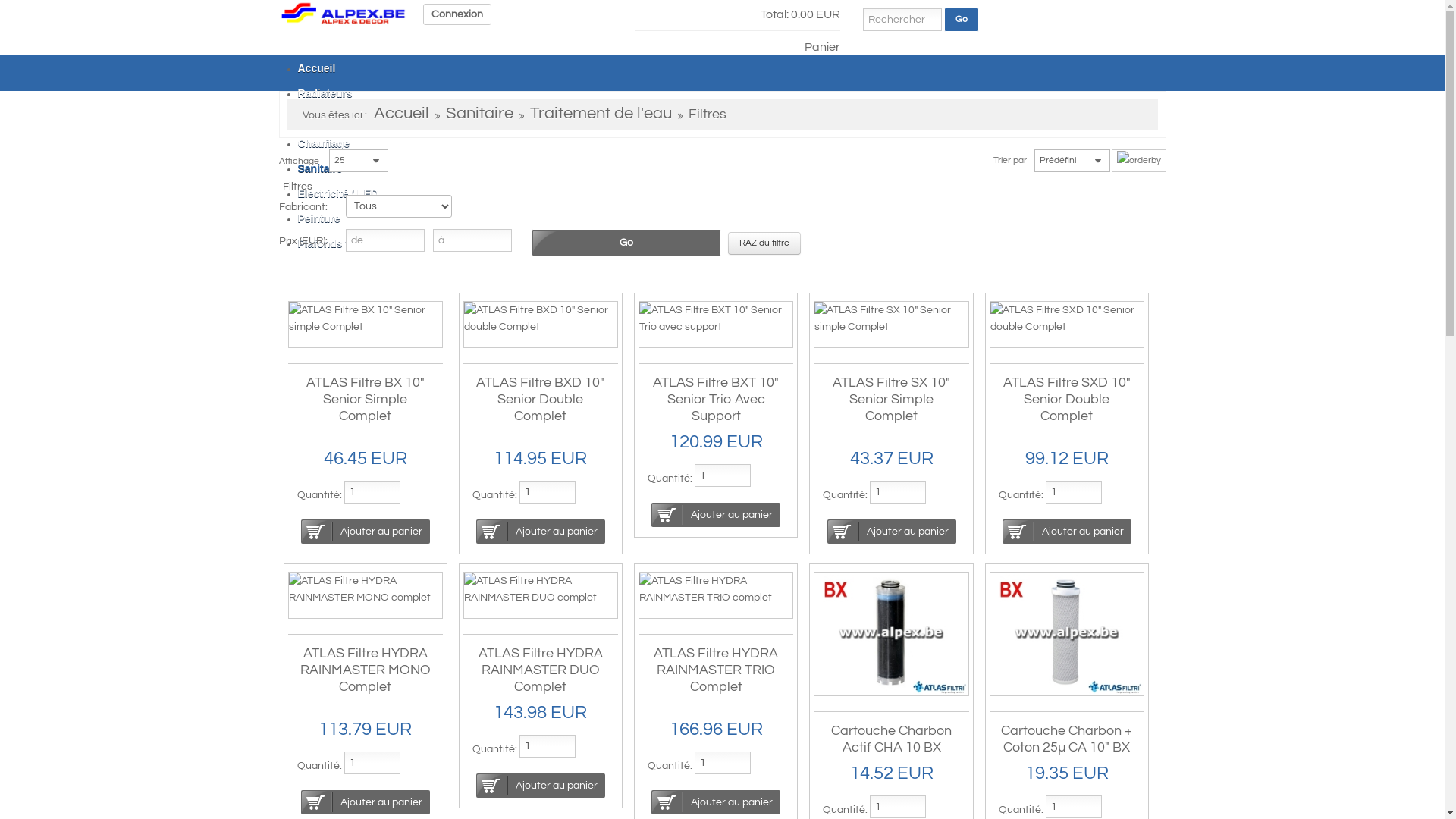  I want to click on 'Sanitaire', so click(445, 113).